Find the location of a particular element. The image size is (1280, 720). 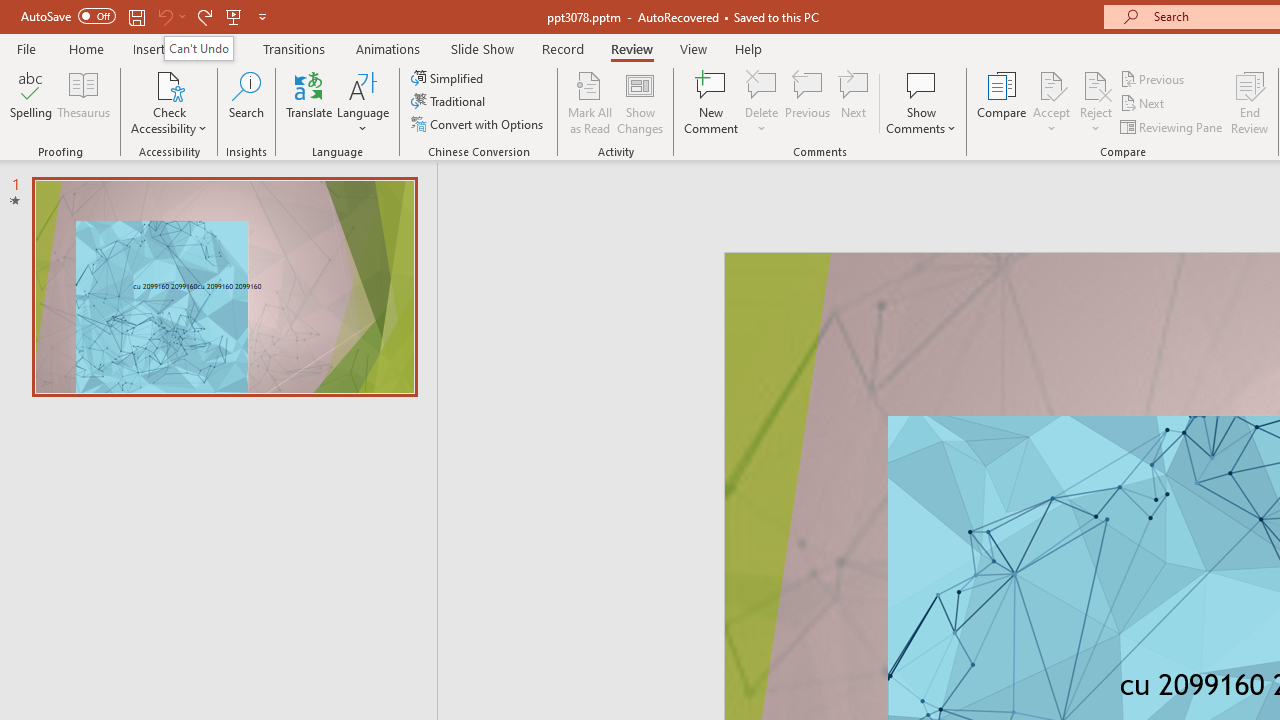

'Thesaurus...' is located at coordinates (82, 103).